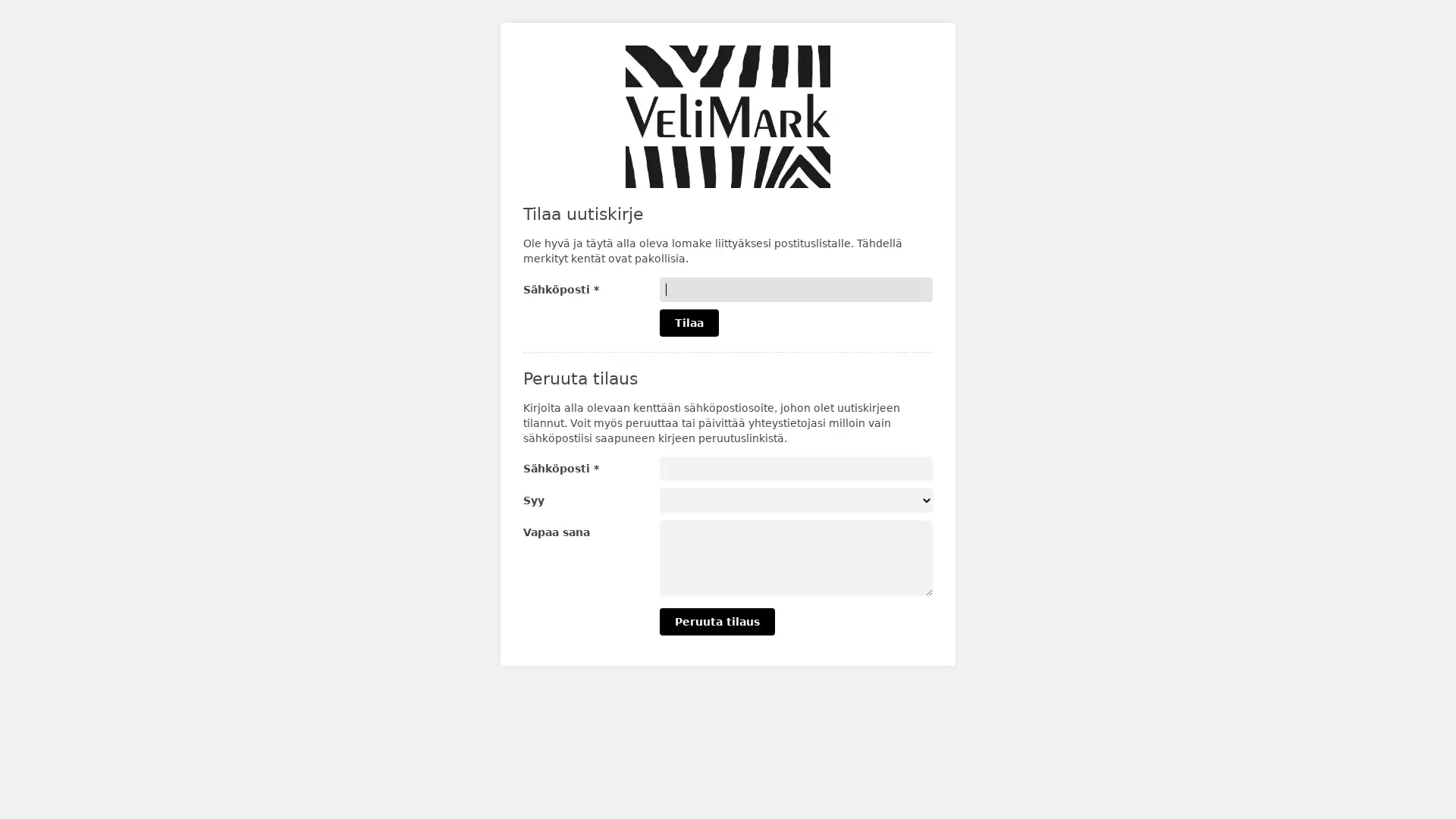 This screenshot has width=1456, height=819. What do you see at coordinates (716, 620) in the screenshot?
I see `Peruuta tilaus` at bounding box center [716, 620].